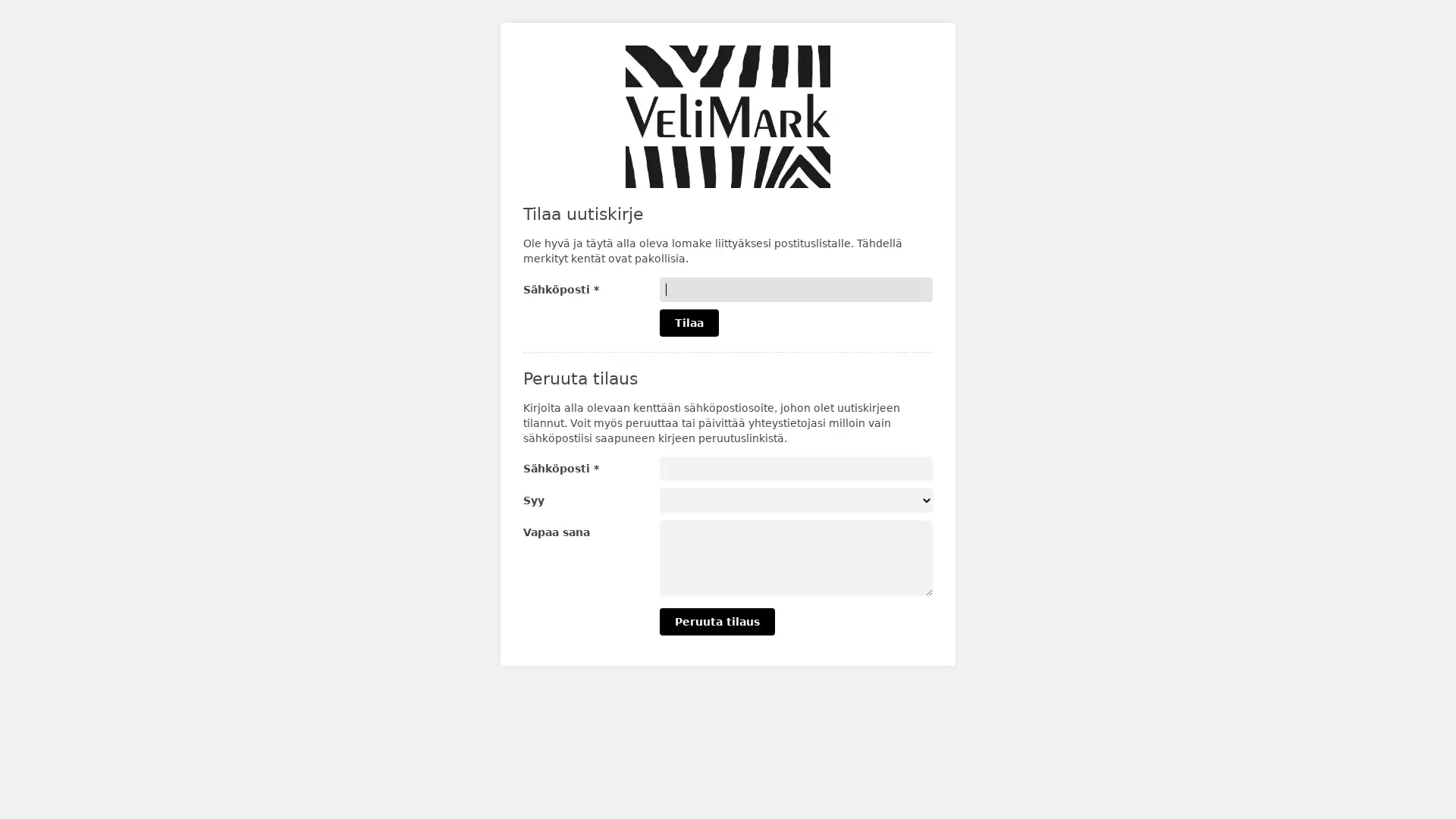 This screenshot has width=1456, height=819. What do you see at coordinates (716, 620) in the screenshot?
I see `Peruuta tilaus` at bounding box center [716, 620].